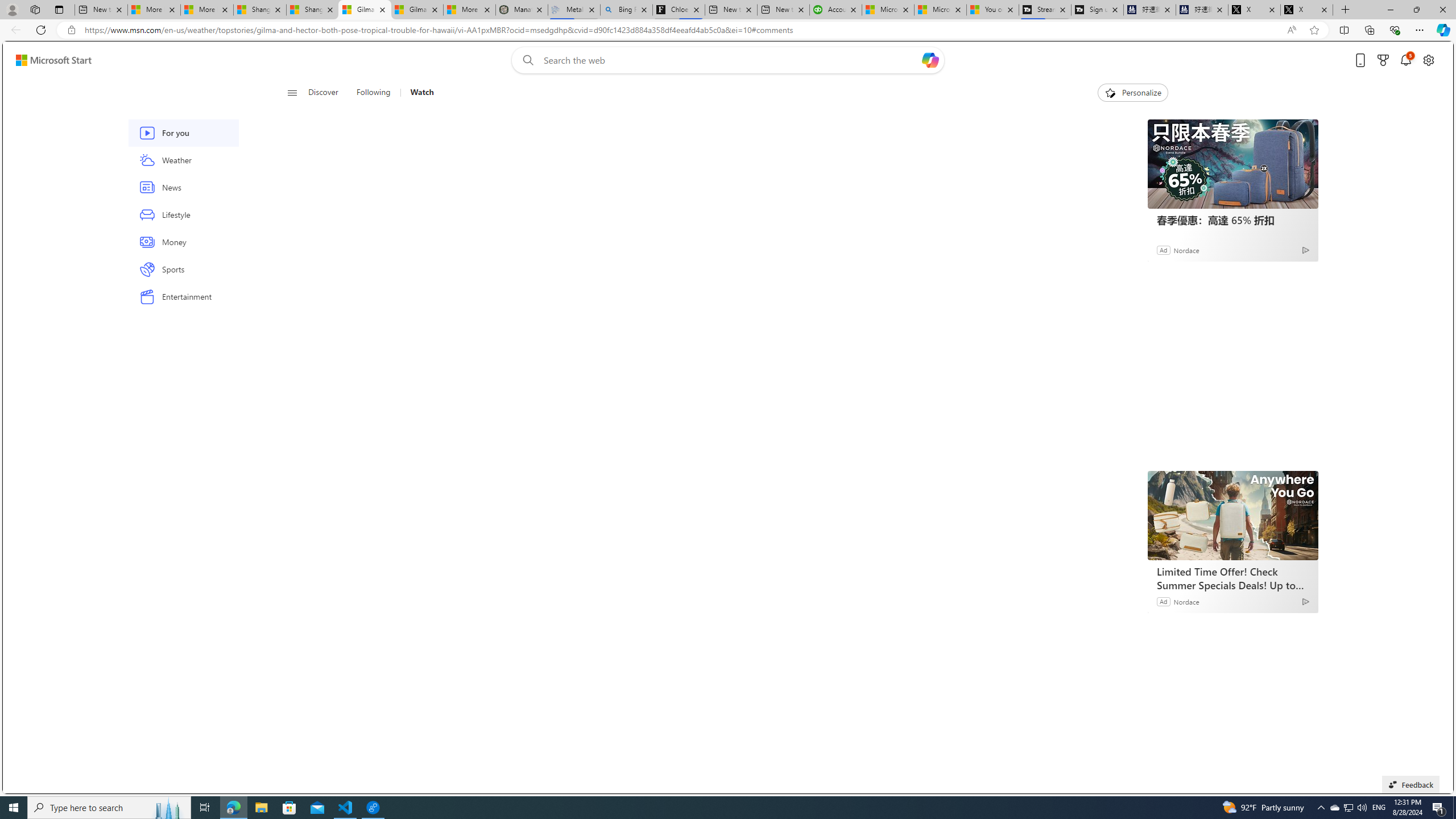  I want to click on 'Web search', so click(526, 60).